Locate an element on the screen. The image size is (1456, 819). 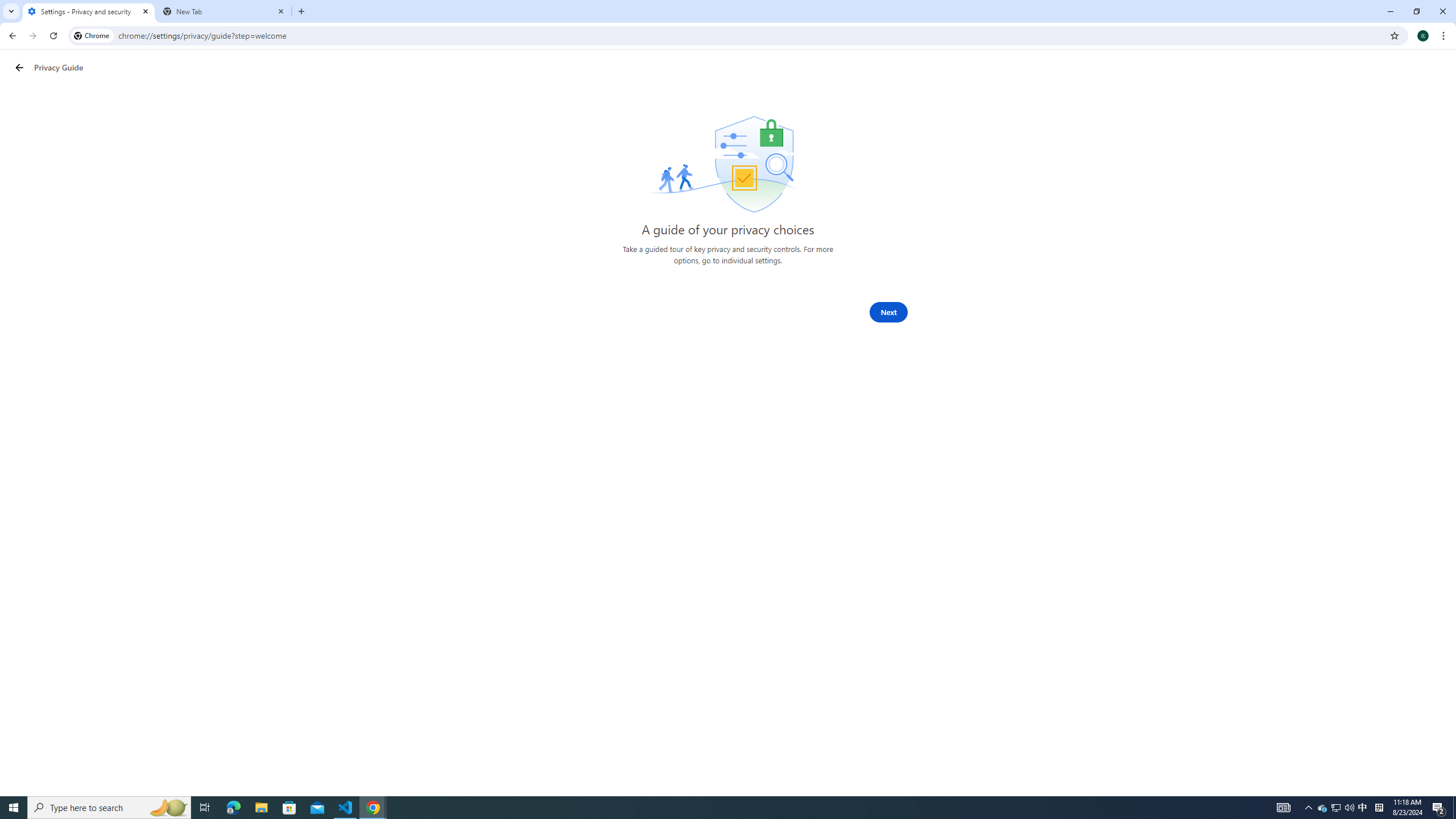
'New Tab' is located at coordinates (224, 11).